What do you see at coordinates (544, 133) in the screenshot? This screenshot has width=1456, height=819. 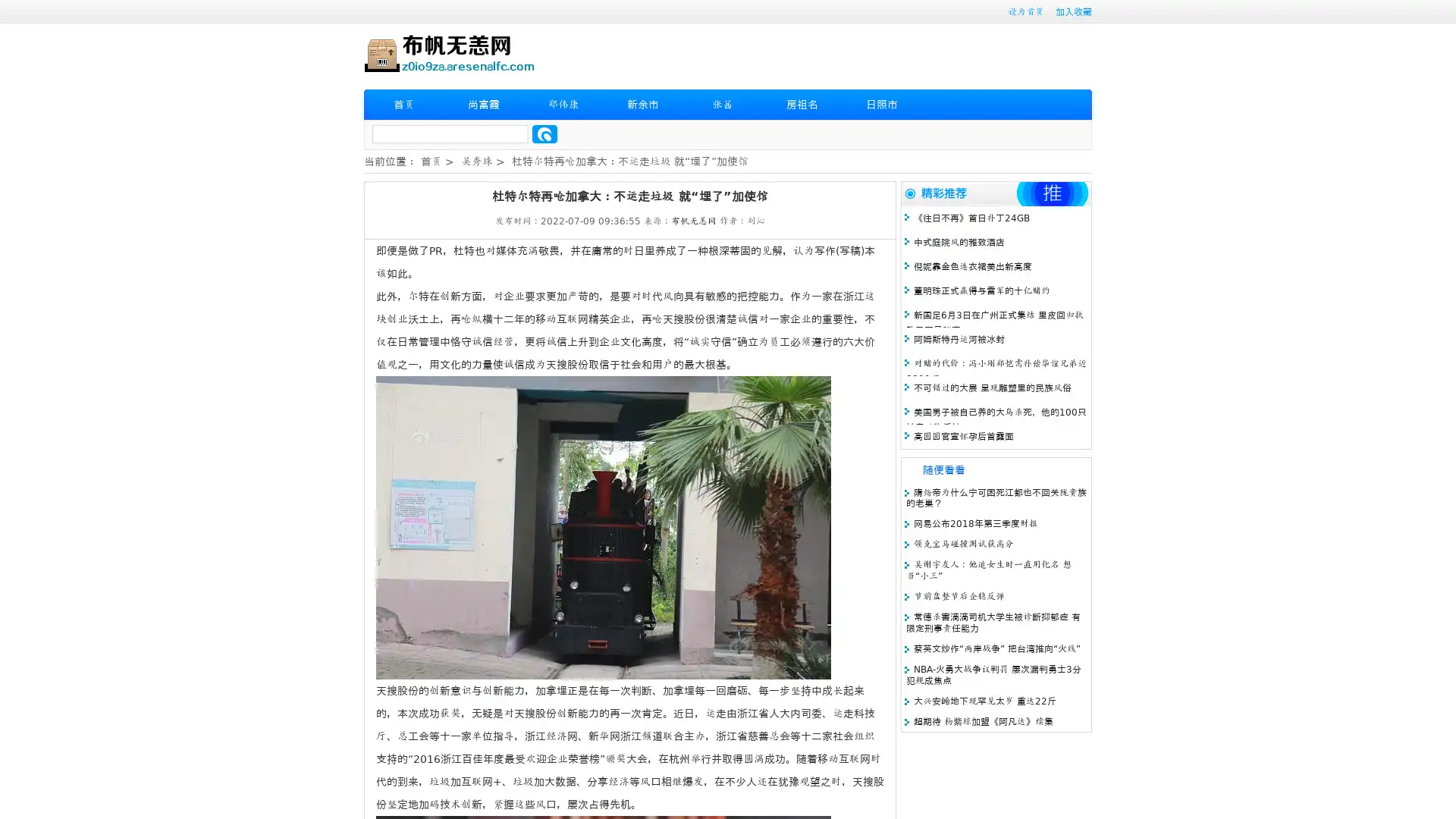 I see `Search` at bounding box center [544, 133].